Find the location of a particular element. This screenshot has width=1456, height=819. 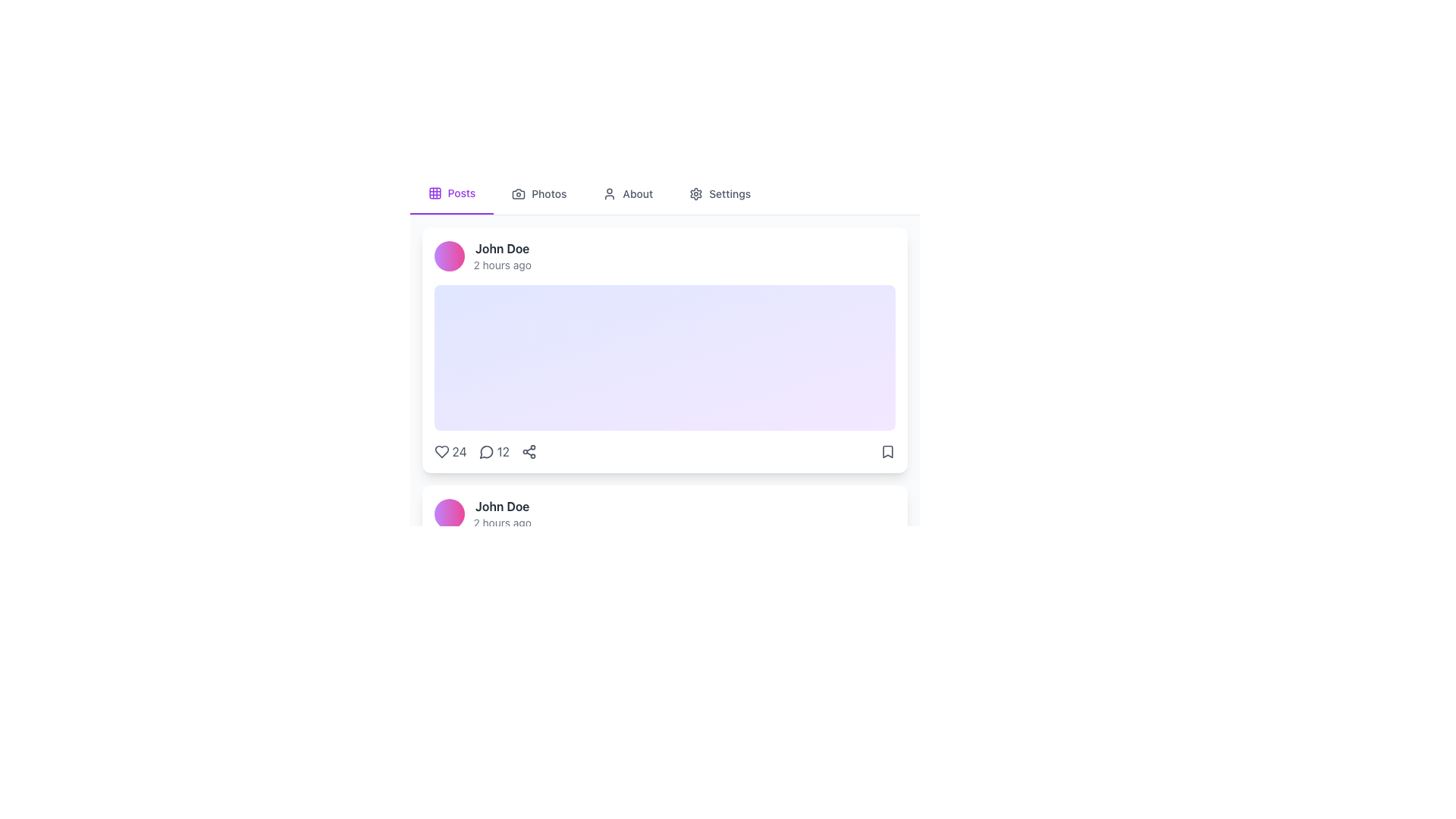

the share icon button located at the bottom right corner of the card component is located at coordinates (529, 451).